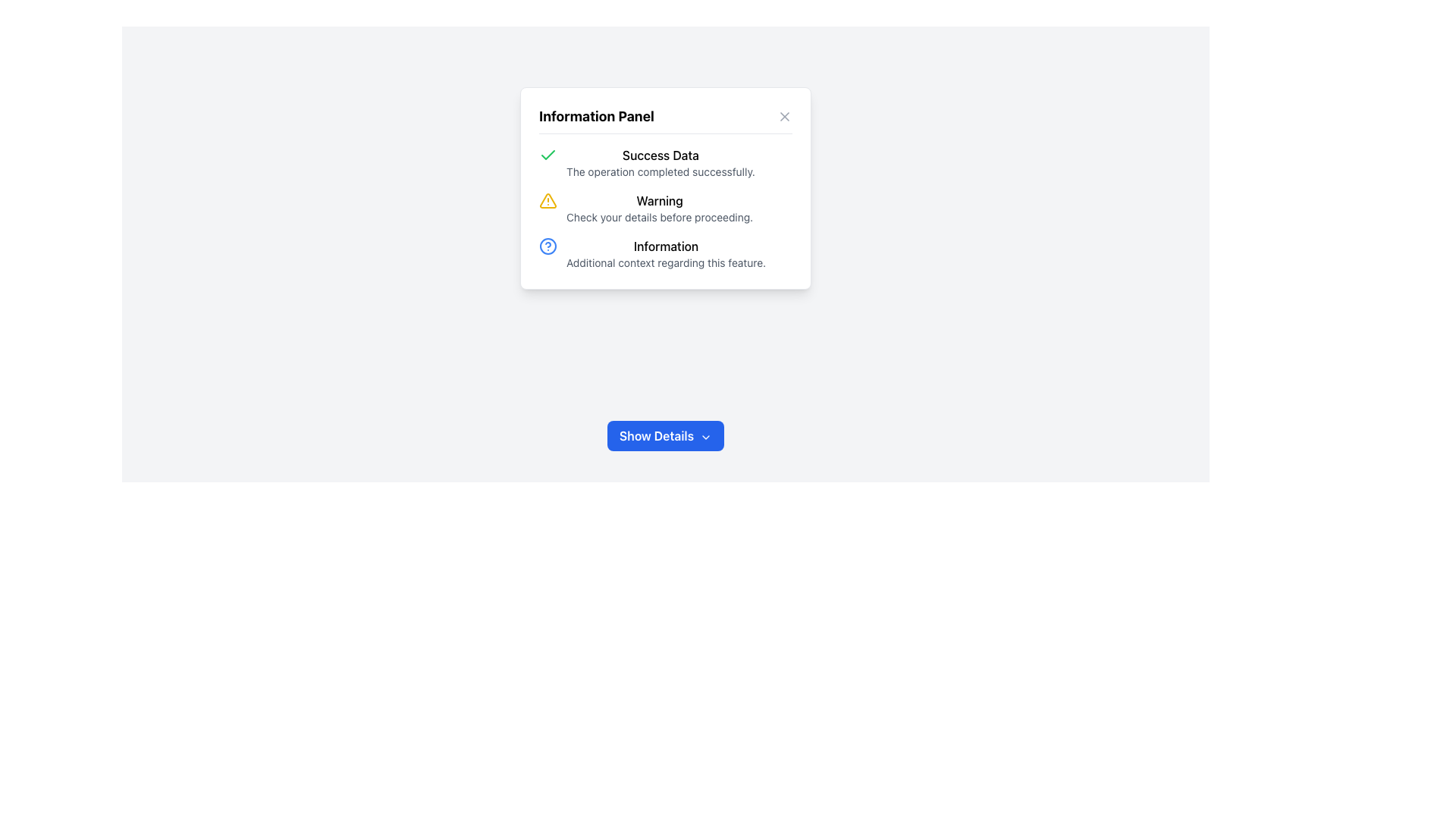 The image size is (1456, 819). What do you see at coordinates (666, 208) in the screenshot?
I see `the static informational text block displaying categorized feedback messages in the 'Information Panel' dialog box, located near the center of the panel` at bounding box center [666, 208].